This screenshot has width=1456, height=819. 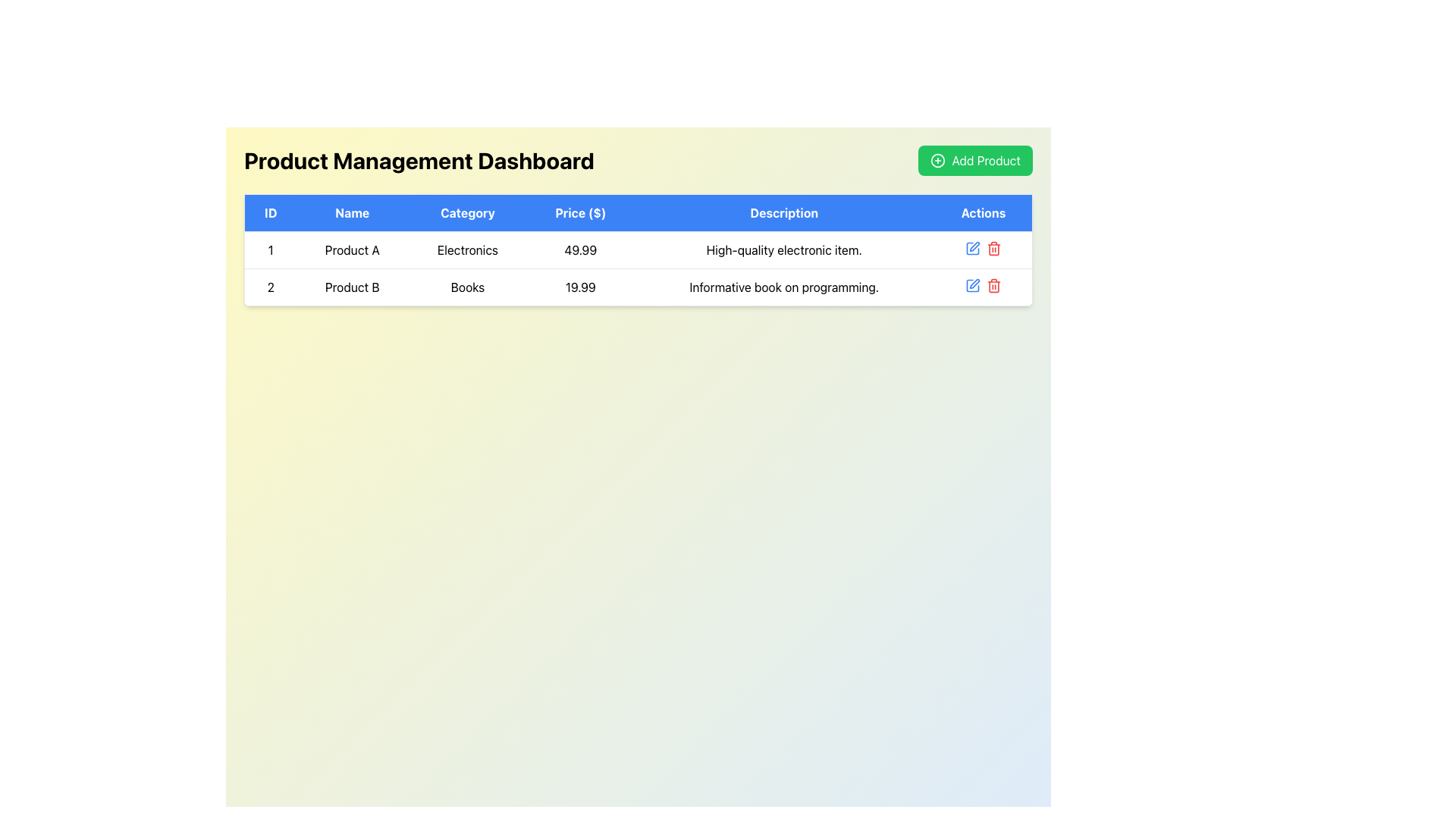 I want to click on the blue rectangular header cell labeled 'Name', which is the second column header in the table, positioned centrally at the top of the page, so click(x=351, y=213).